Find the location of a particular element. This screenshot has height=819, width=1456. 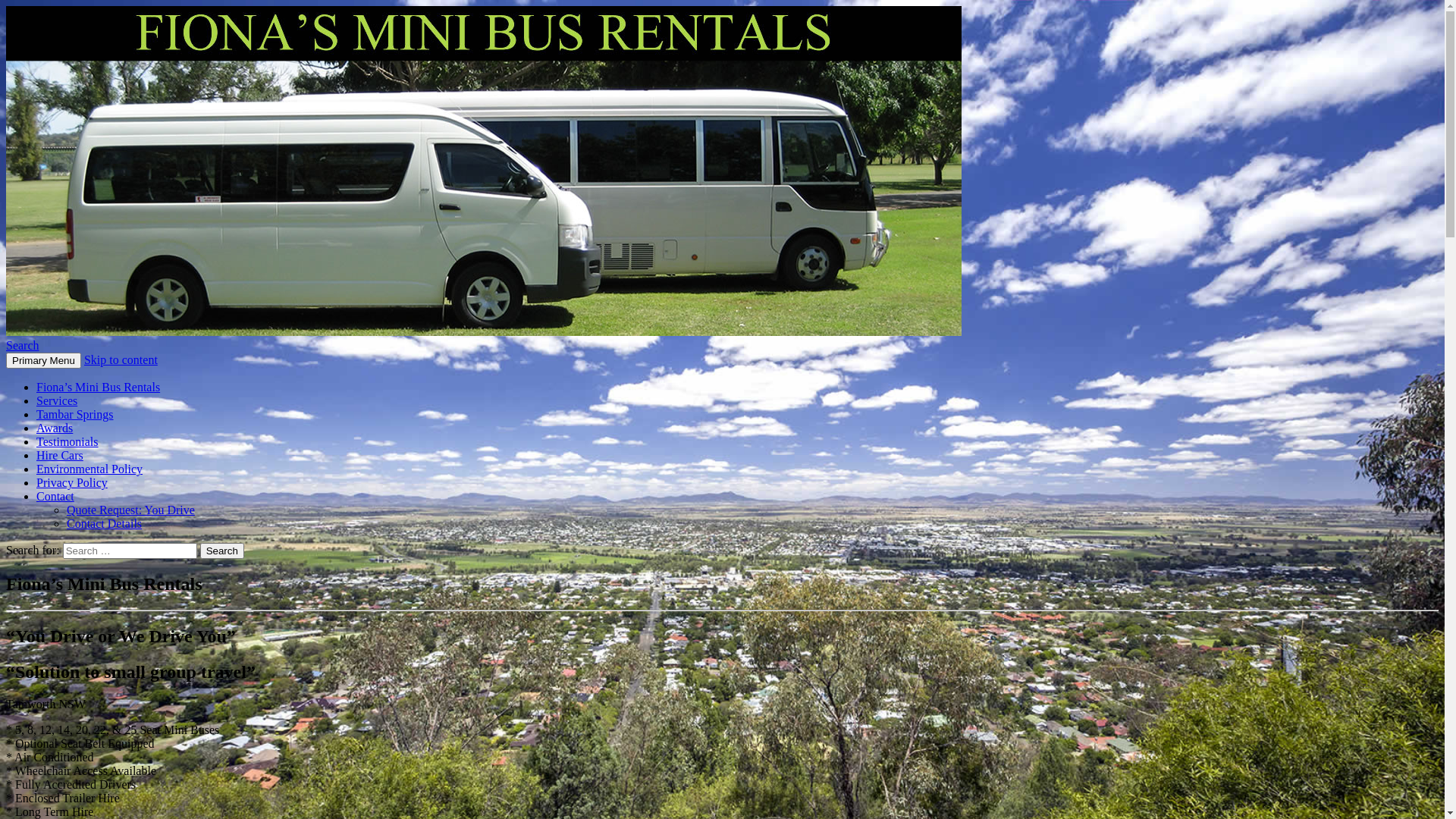

'Services' is located at coordinates (36, 400).